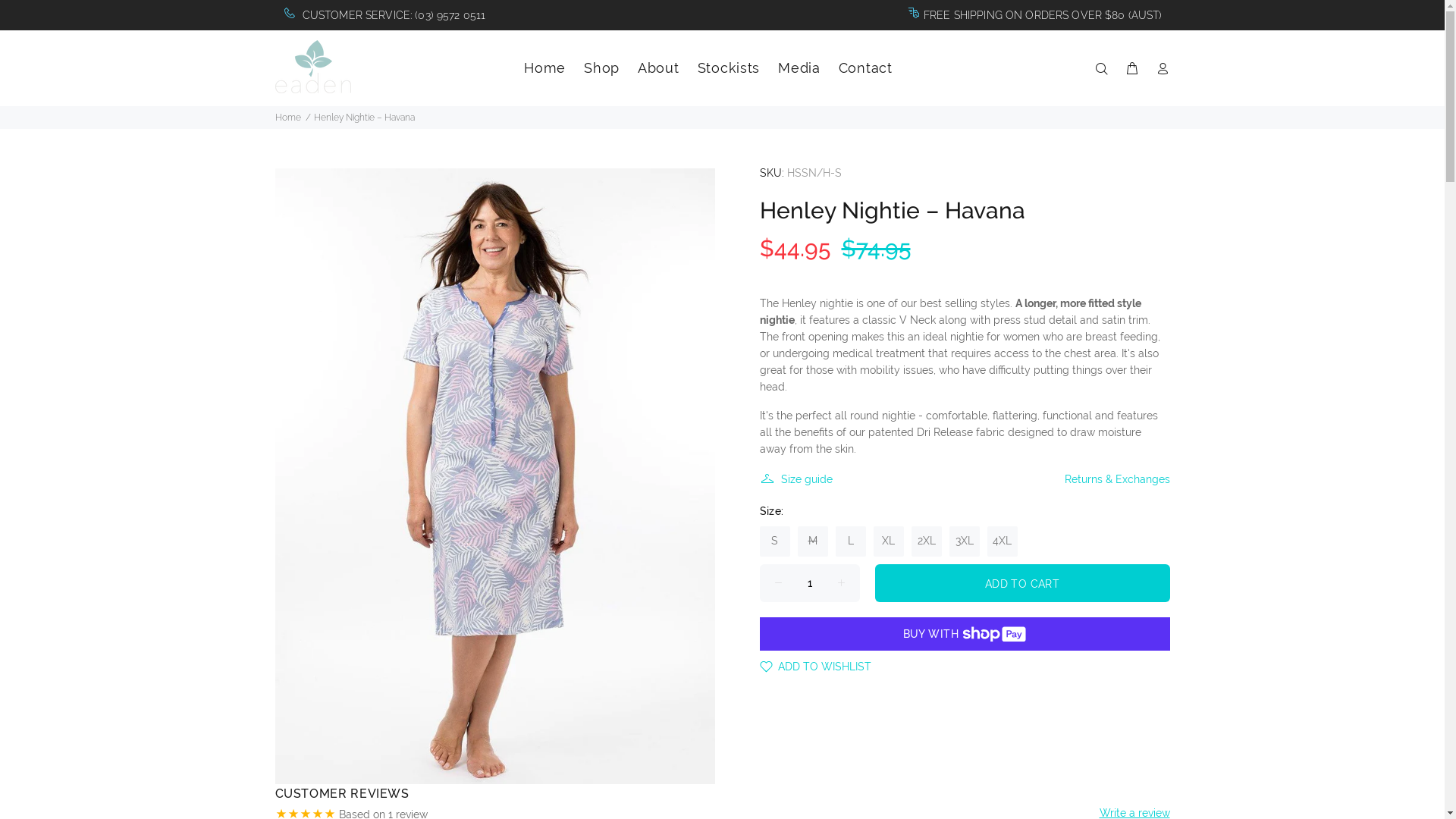 The height and width of the screenshot is (819, 1456). What do you see at coordinates (760, 479) in the screenshot?
I see `'Size guide'` at bounding box center [760, 479].